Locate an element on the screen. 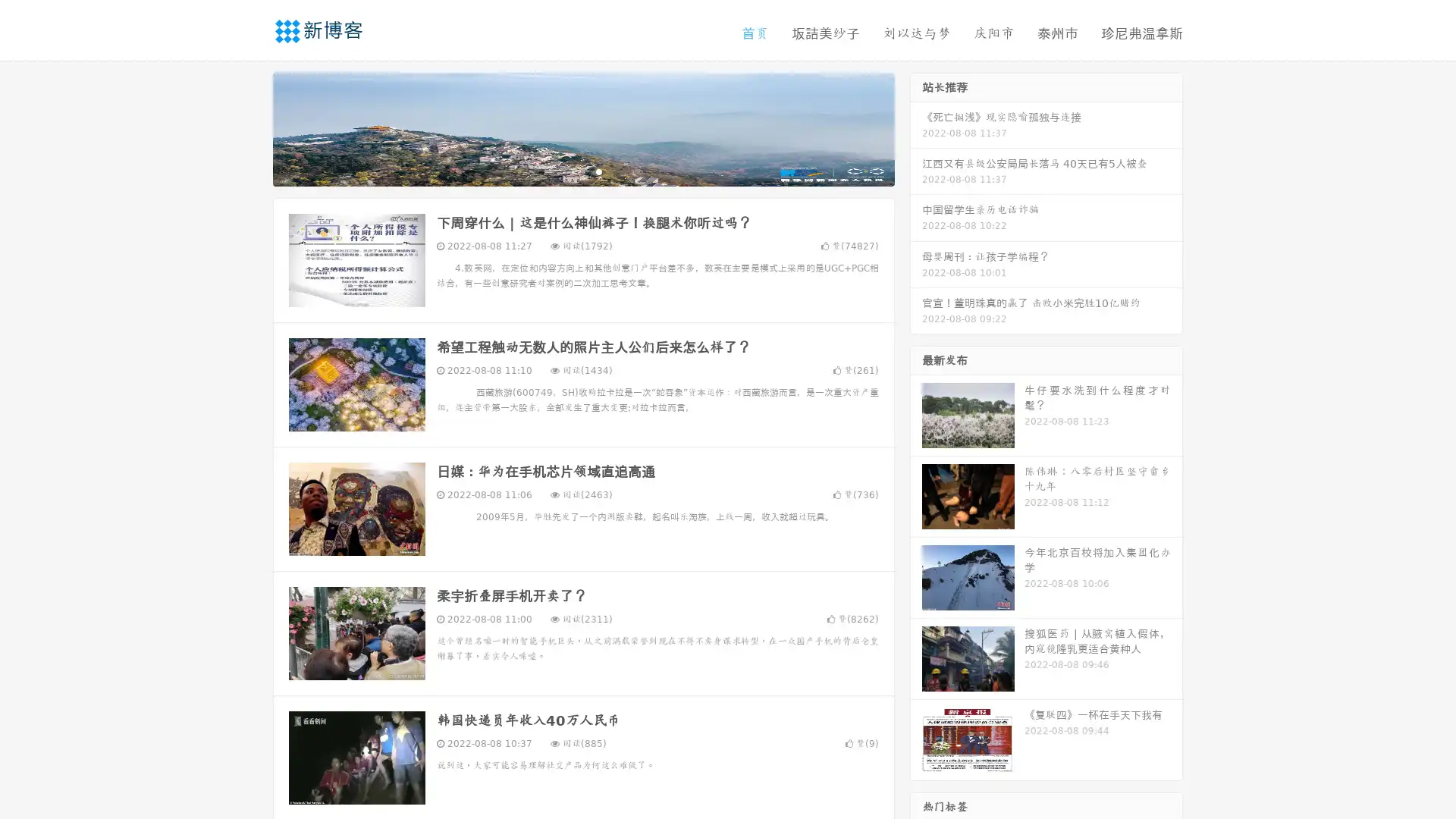 Image resolution: width=1456 pixels, height=819 pixels. Go to slide 3 is located at coordinates (598, 171).